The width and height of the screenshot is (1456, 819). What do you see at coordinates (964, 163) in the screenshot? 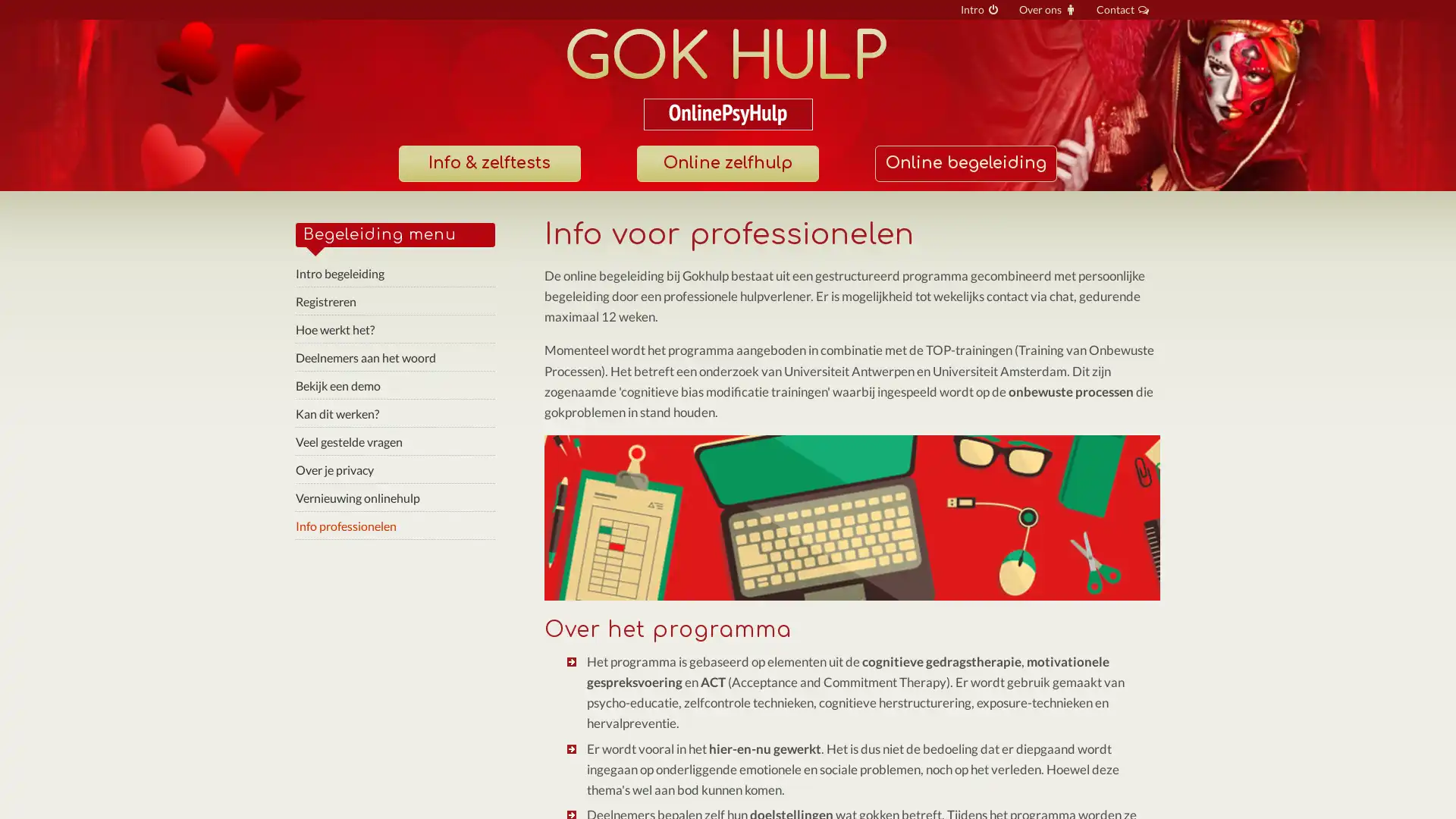
I see `Online begeleiding` at bounding box center [964, 163].